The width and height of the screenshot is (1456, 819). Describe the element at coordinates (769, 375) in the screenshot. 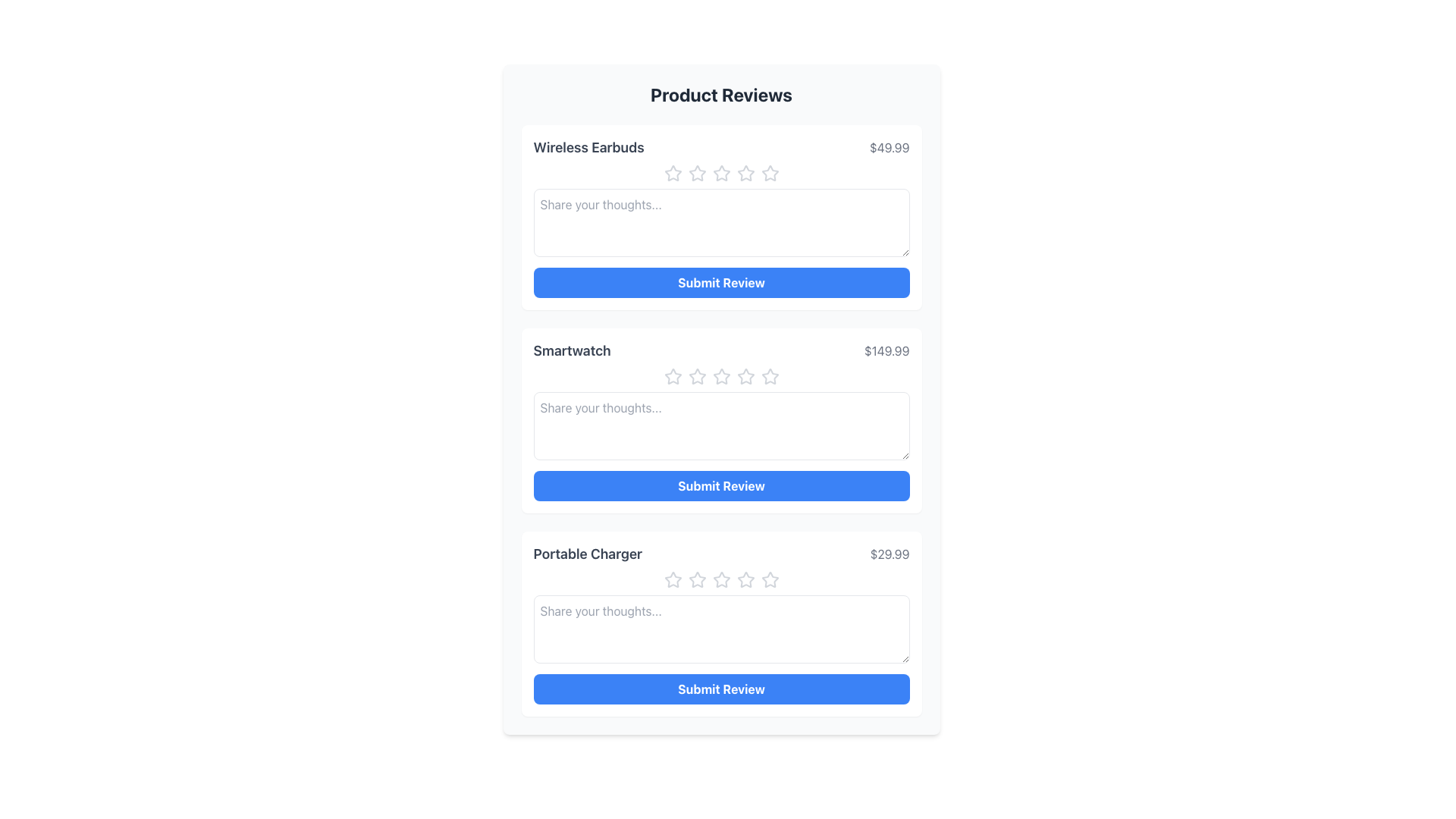

I see `the fourth star icon in the rating section of the 'Smartwatch' product review card` at that location.